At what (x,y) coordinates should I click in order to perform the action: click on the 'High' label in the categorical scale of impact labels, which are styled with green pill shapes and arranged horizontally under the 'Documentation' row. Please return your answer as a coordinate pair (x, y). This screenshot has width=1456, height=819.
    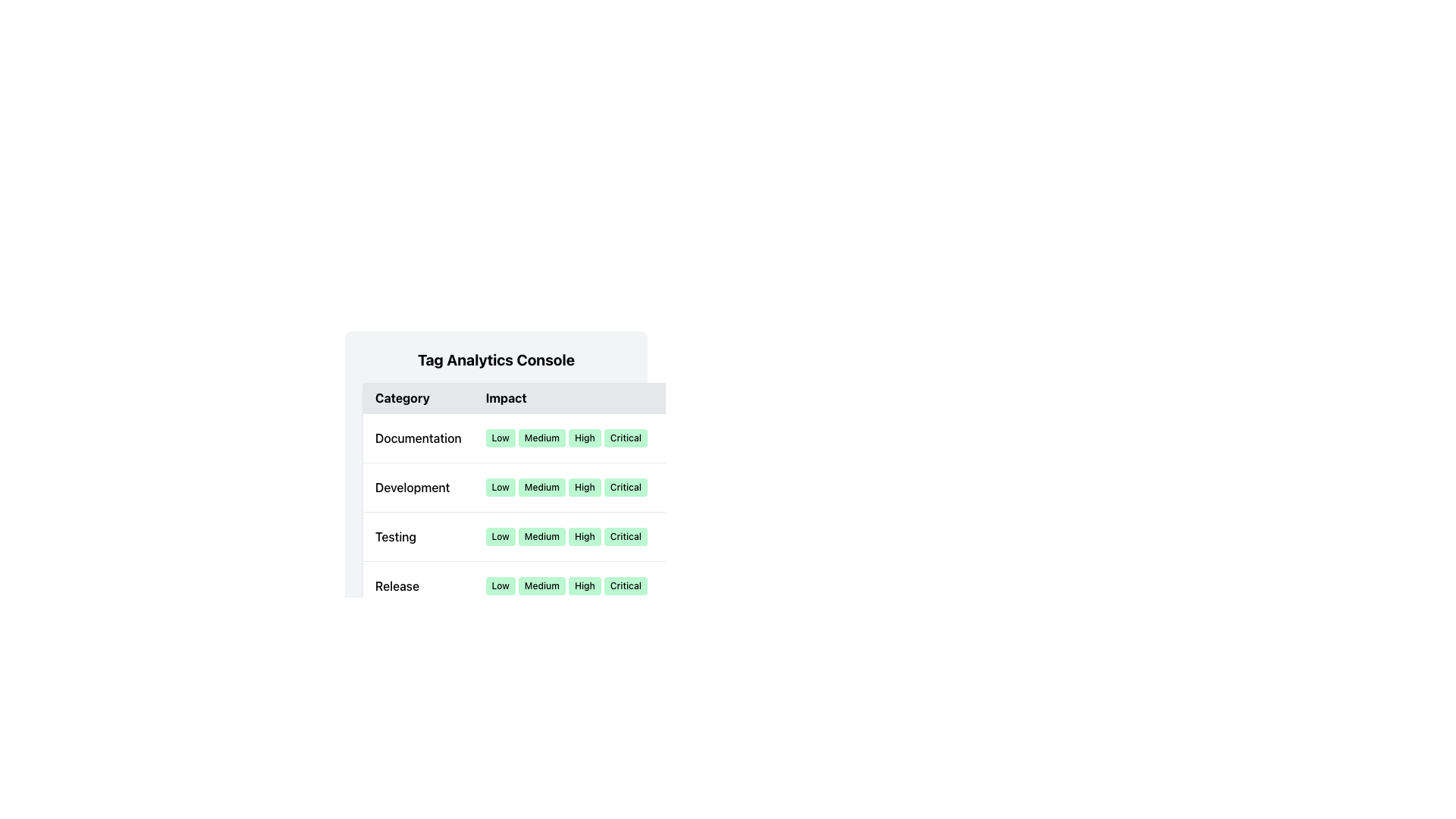
    Looking at the image, I should click on (566, 438).